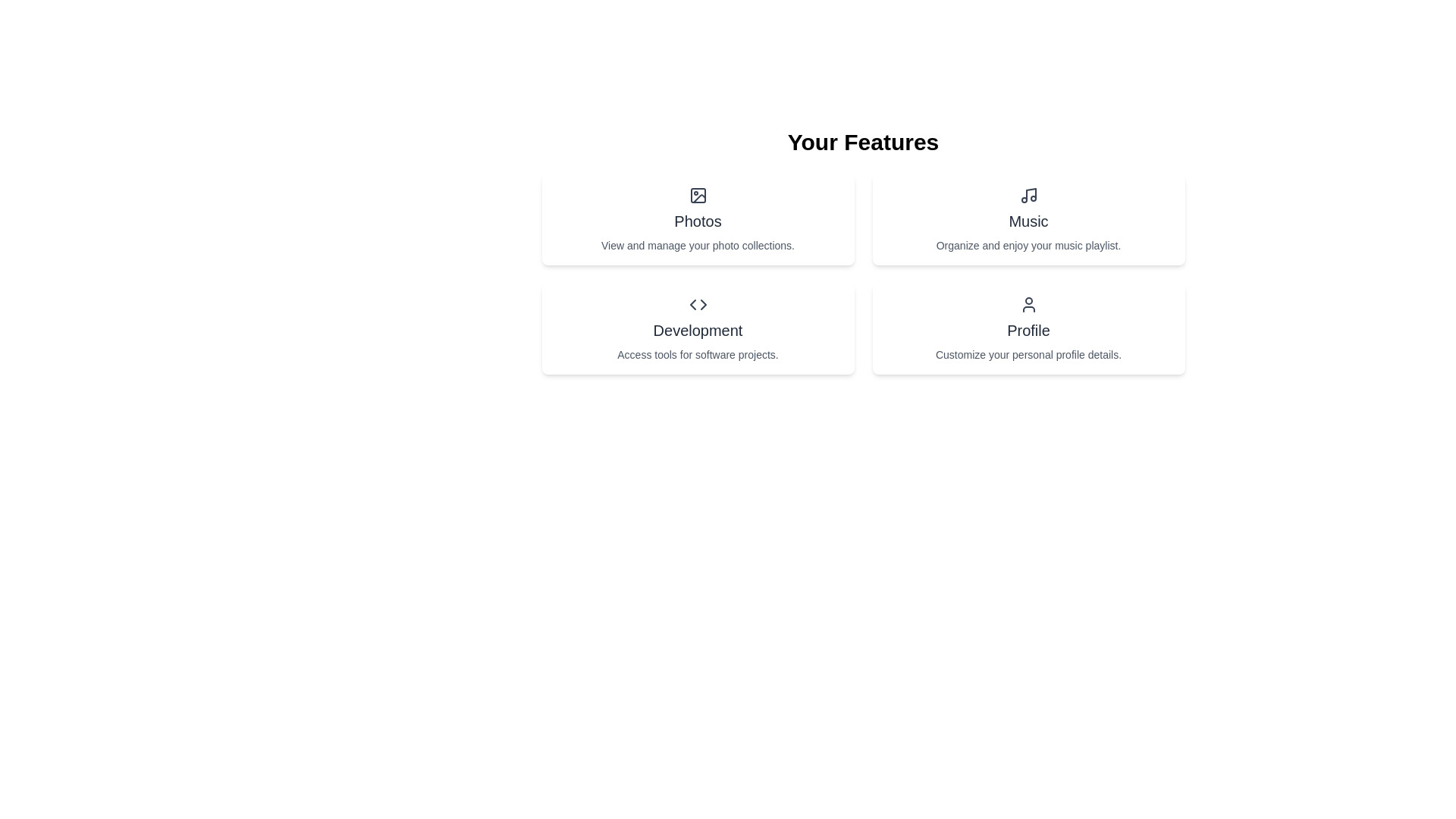  I want to click on the user profile silhouette icon located at the top center of the 'Profile' section card, above the text 'Profile', so click(1028, 304).